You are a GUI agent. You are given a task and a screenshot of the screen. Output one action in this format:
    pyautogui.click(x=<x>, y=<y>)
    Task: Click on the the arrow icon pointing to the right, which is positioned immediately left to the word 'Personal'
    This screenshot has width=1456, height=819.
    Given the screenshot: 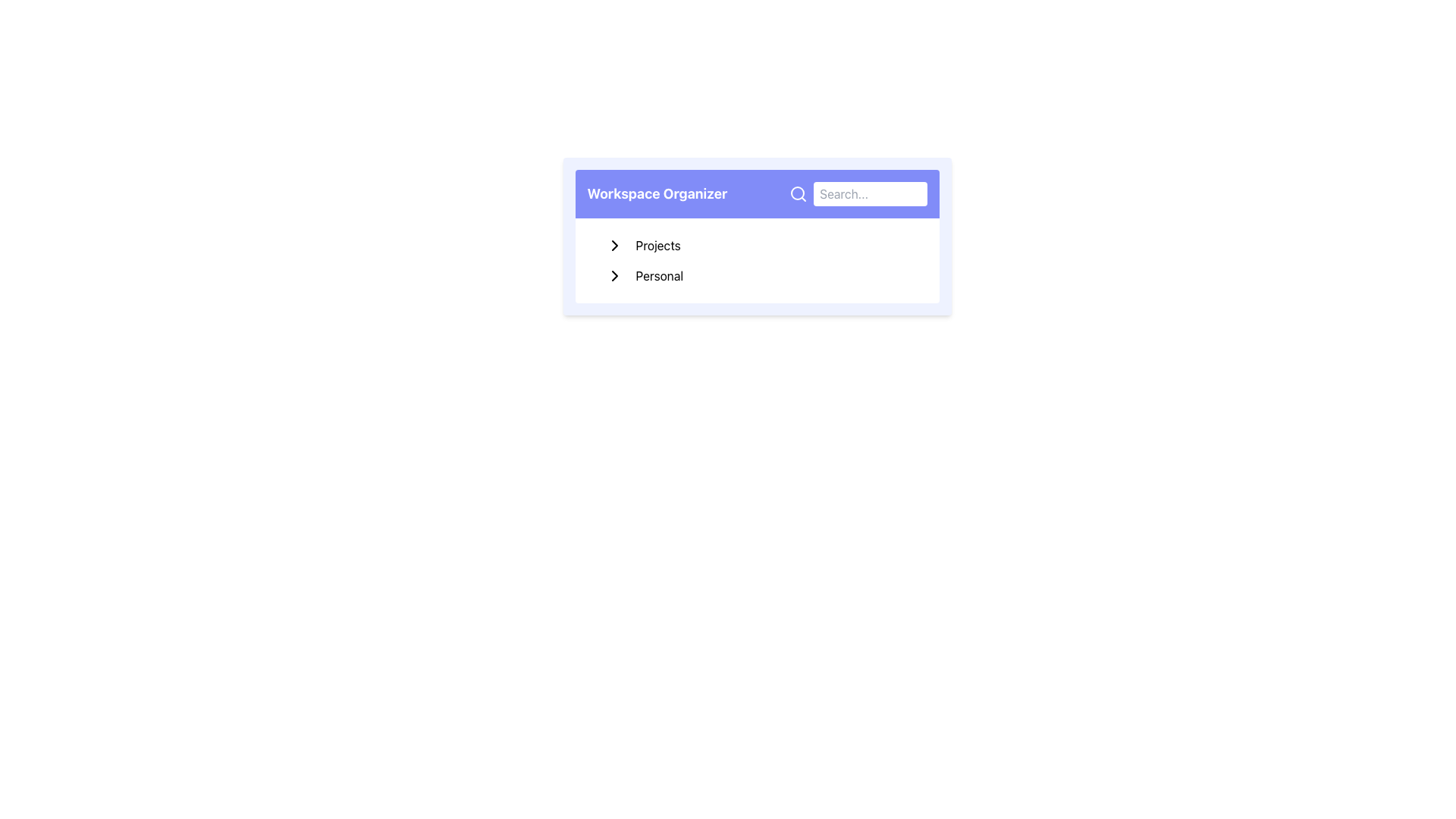 What is the action you would take?
    pyautogui.click(x=614, y=275)
    